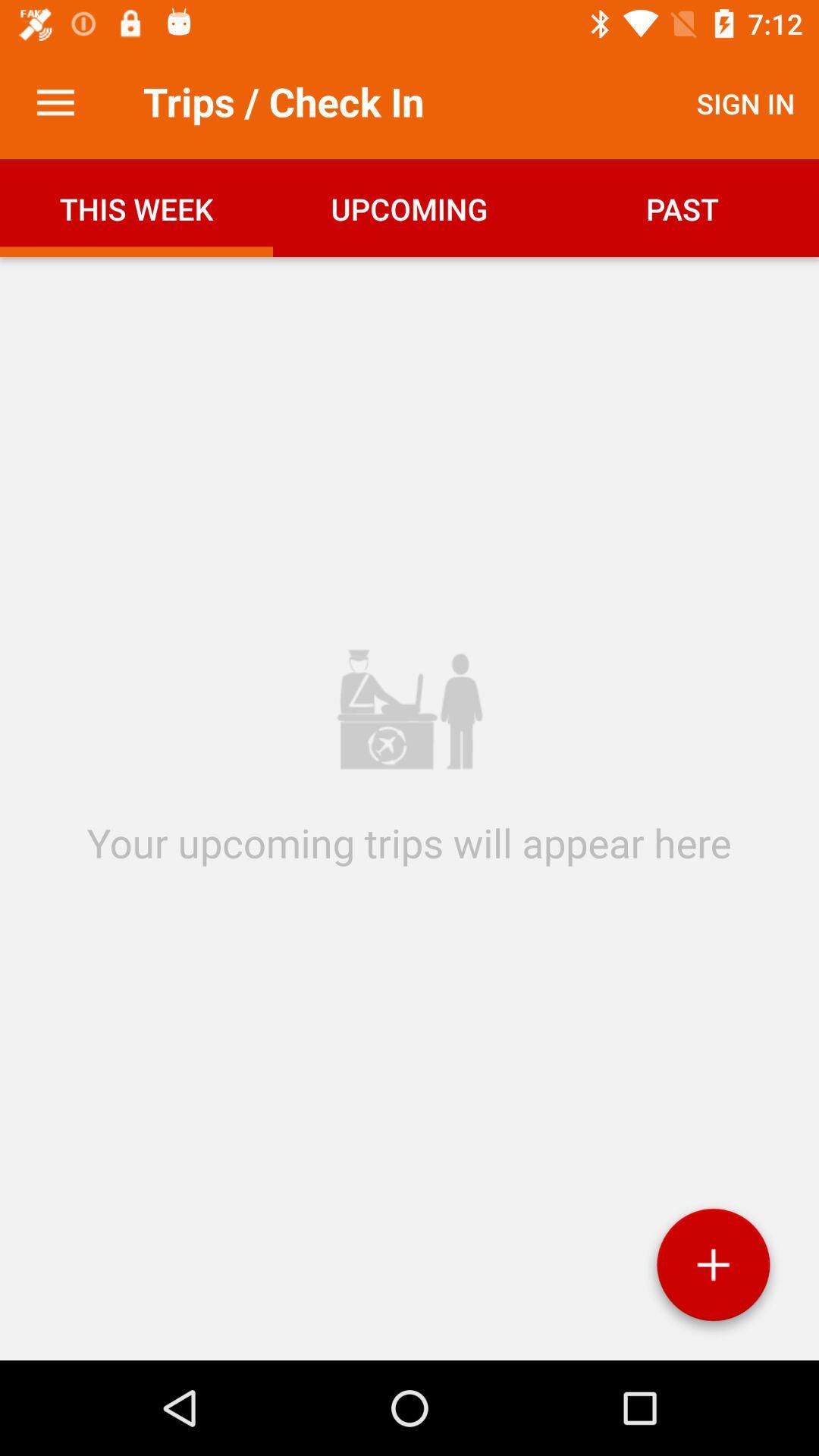 The height and width of the screenshot is (1456, 819). What do you see at coordinates (713, 1270) in the screenshot?
I see `the add icon` at bounding box center [713, 1270].